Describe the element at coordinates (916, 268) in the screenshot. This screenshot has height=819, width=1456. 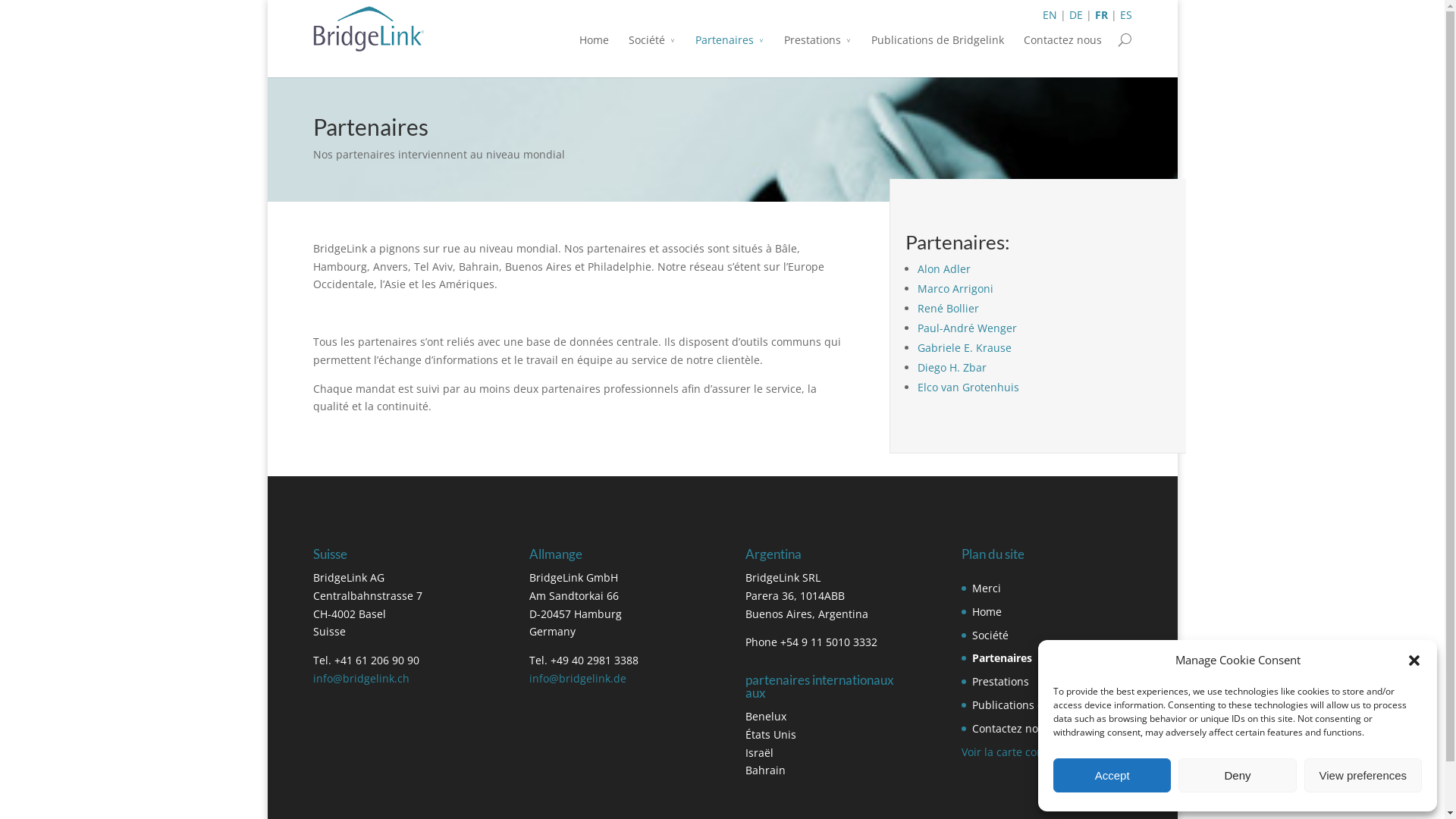
I see `'Alon Adler'` at that location.